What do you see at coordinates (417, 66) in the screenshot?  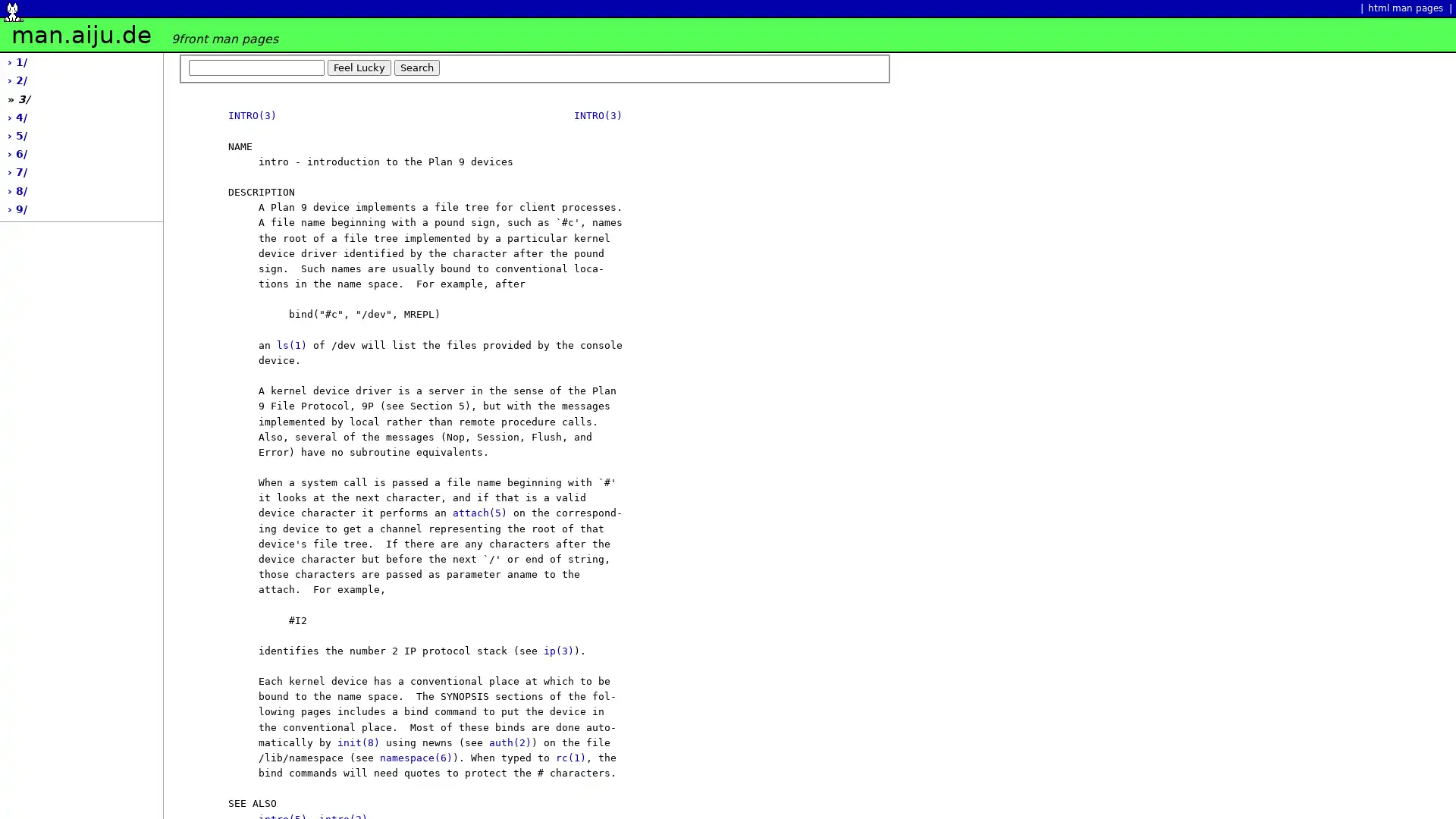 I see `Search` at bounding box center [417, 66].